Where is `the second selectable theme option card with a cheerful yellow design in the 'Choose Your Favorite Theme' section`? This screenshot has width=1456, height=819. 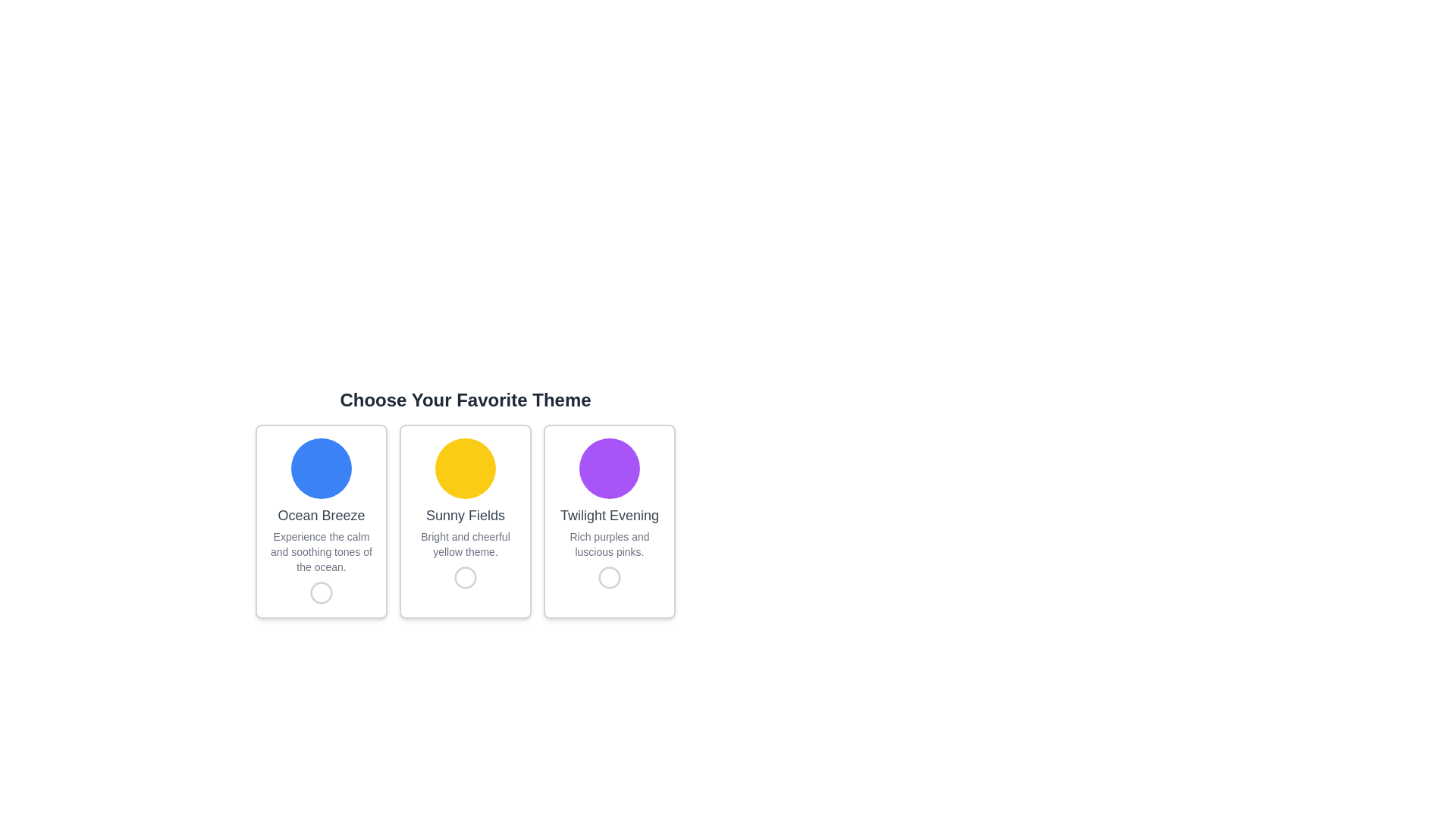 the second selectable theme option card with a cheerful yellow design in the 'Choose Your Favorite Theme' section is located at coordinates (465, 520).